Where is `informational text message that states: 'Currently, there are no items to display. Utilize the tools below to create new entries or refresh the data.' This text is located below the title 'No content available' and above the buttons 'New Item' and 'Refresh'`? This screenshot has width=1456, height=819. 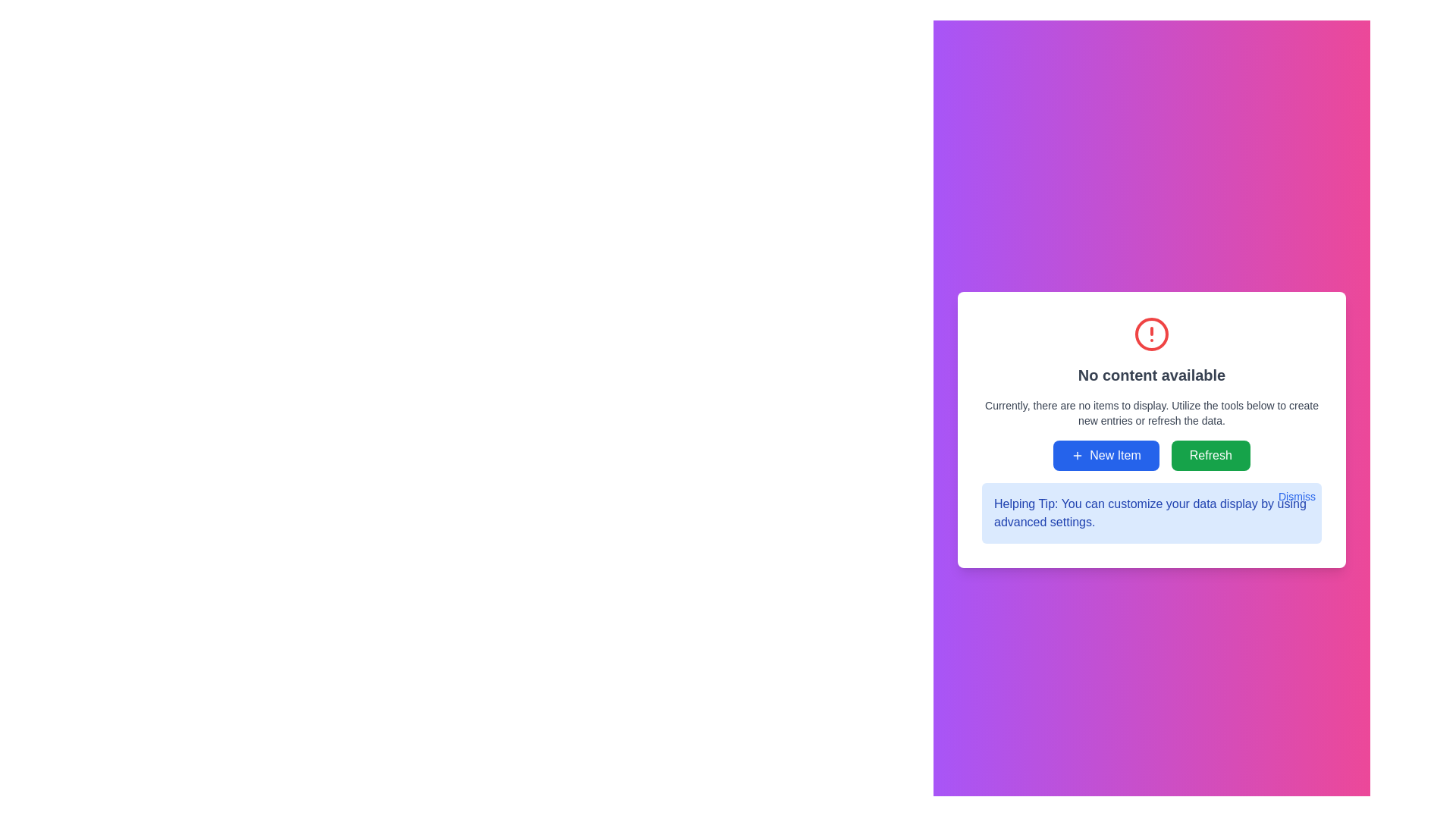 informational text message that states: 'Currently, there are no items to display. Utilize the tools below to create new entries or refresh the data.' This text is located below the title 'No content available' and above the buttons 'New Item' and 'Refresh' is located at coordinates (1151, 413).